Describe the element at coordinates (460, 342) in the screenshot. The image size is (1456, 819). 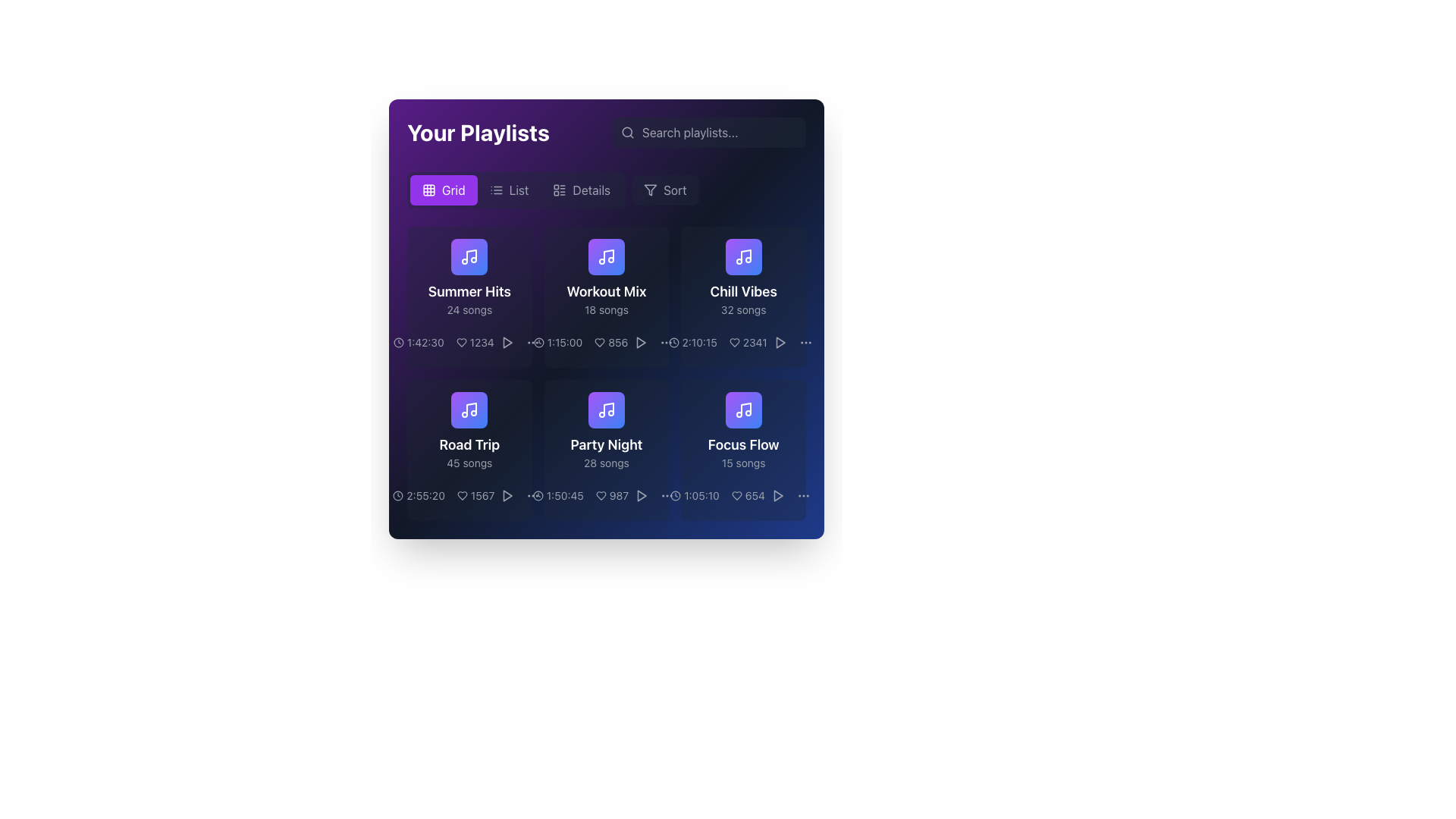
I see `the heart-shaped icon indicating likes for the 'Summer Hits' playlist` at that location.